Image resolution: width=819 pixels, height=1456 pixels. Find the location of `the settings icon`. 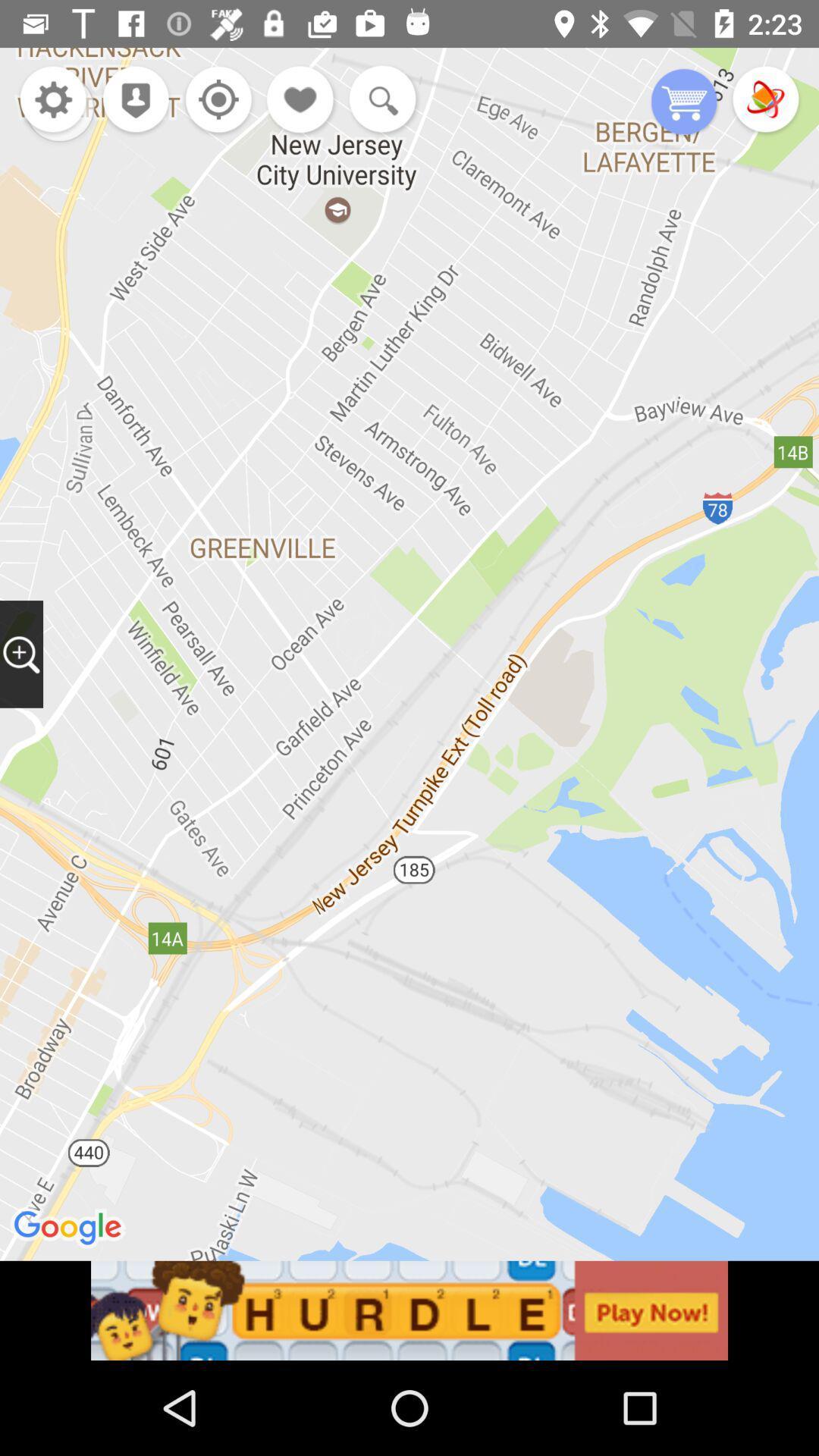

the settings icon is located at coordinates (52, 100).